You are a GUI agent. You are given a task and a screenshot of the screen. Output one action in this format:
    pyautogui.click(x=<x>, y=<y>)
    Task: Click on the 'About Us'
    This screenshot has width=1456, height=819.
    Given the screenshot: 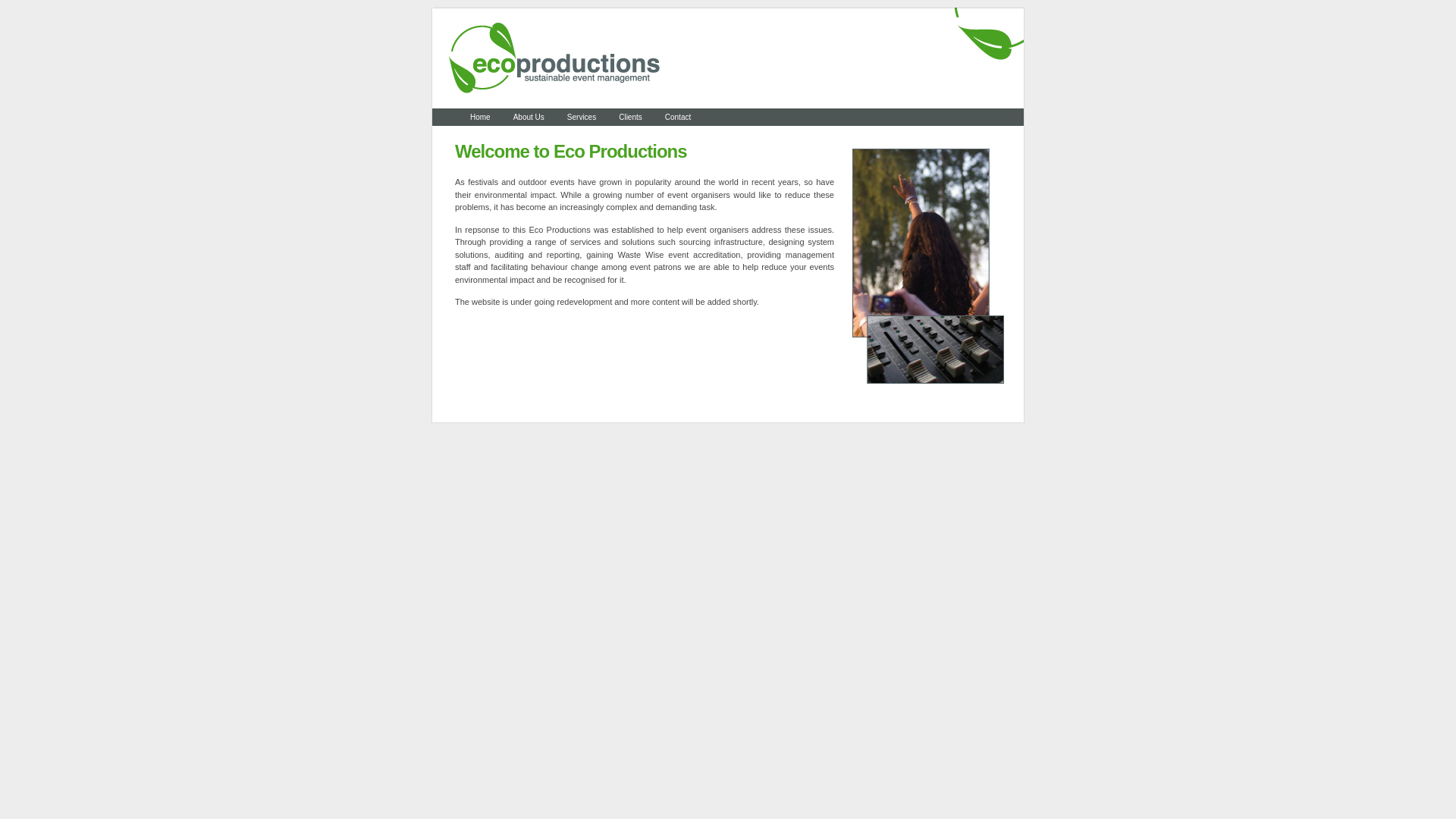 What is the action you would take?
    pyautogui.click(x=529, y=116)
    